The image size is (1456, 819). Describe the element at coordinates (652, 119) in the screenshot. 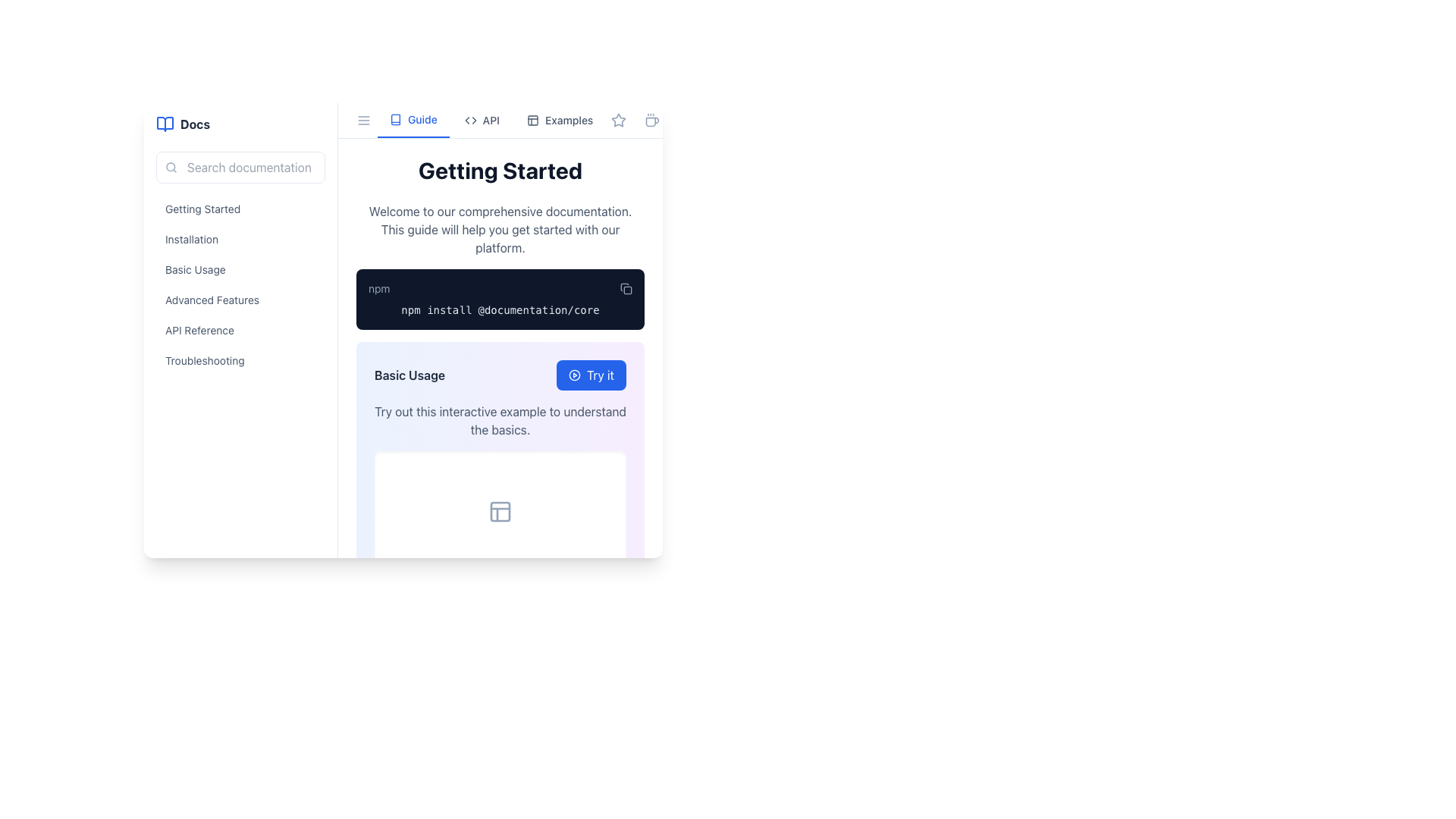

I see `the coffee mug icon button located in the top-right section of the header` at that location.